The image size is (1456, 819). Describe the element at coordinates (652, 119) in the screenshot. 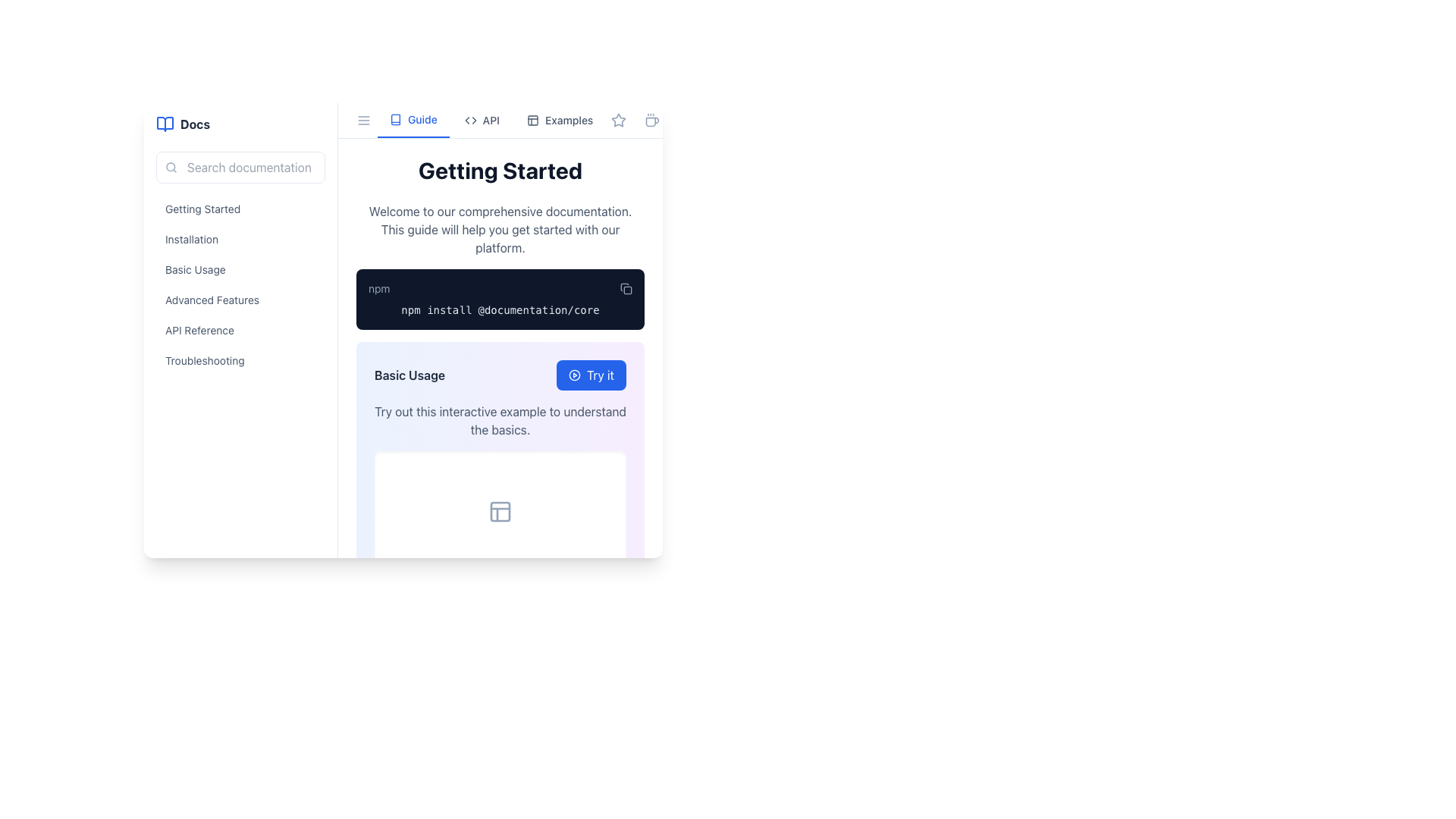

I see `the coffee mug icon button located in the top-right section of the header` at that location.